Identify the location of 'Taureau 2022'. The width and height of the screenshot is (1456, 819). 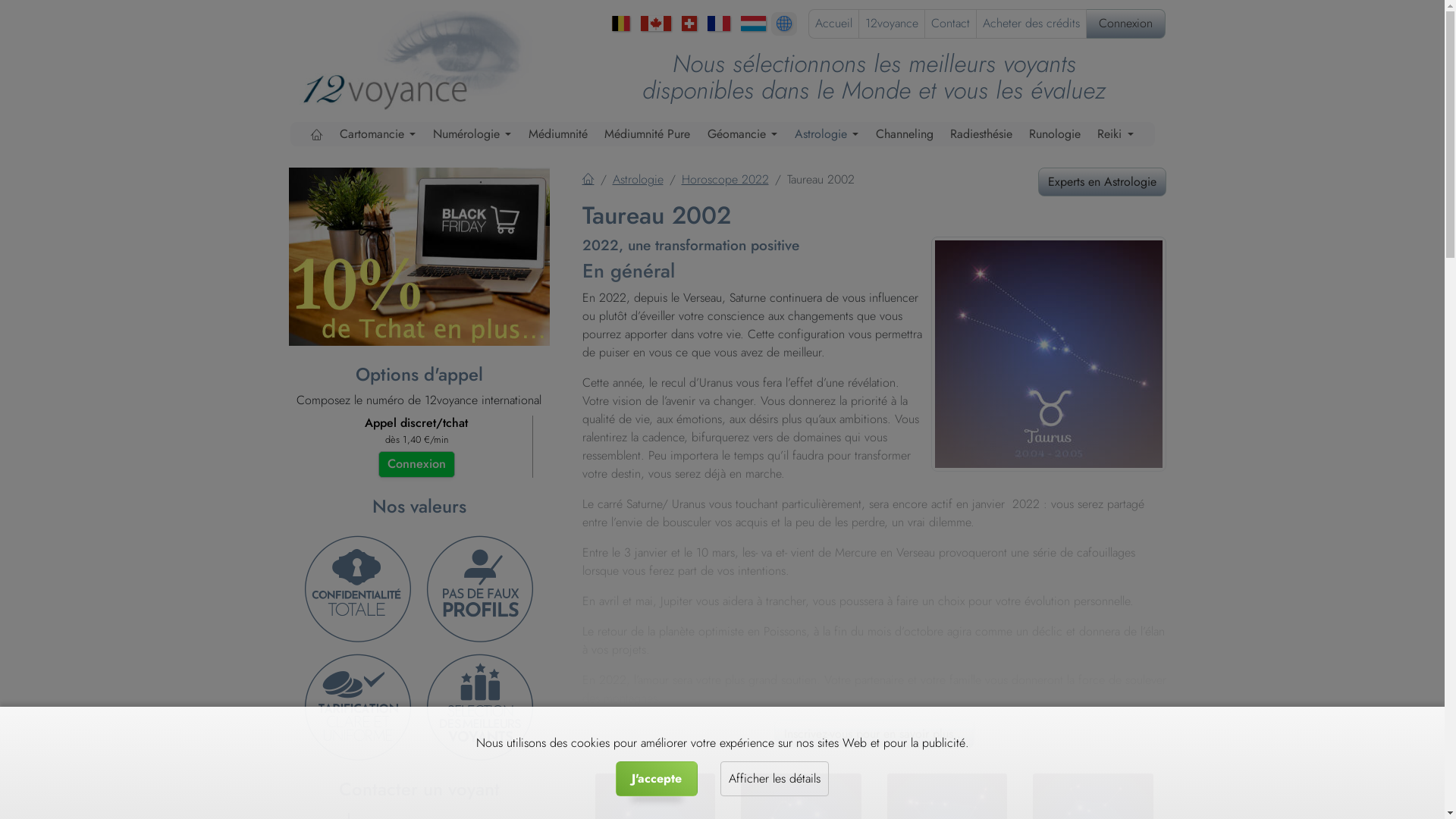
(1047, 353).